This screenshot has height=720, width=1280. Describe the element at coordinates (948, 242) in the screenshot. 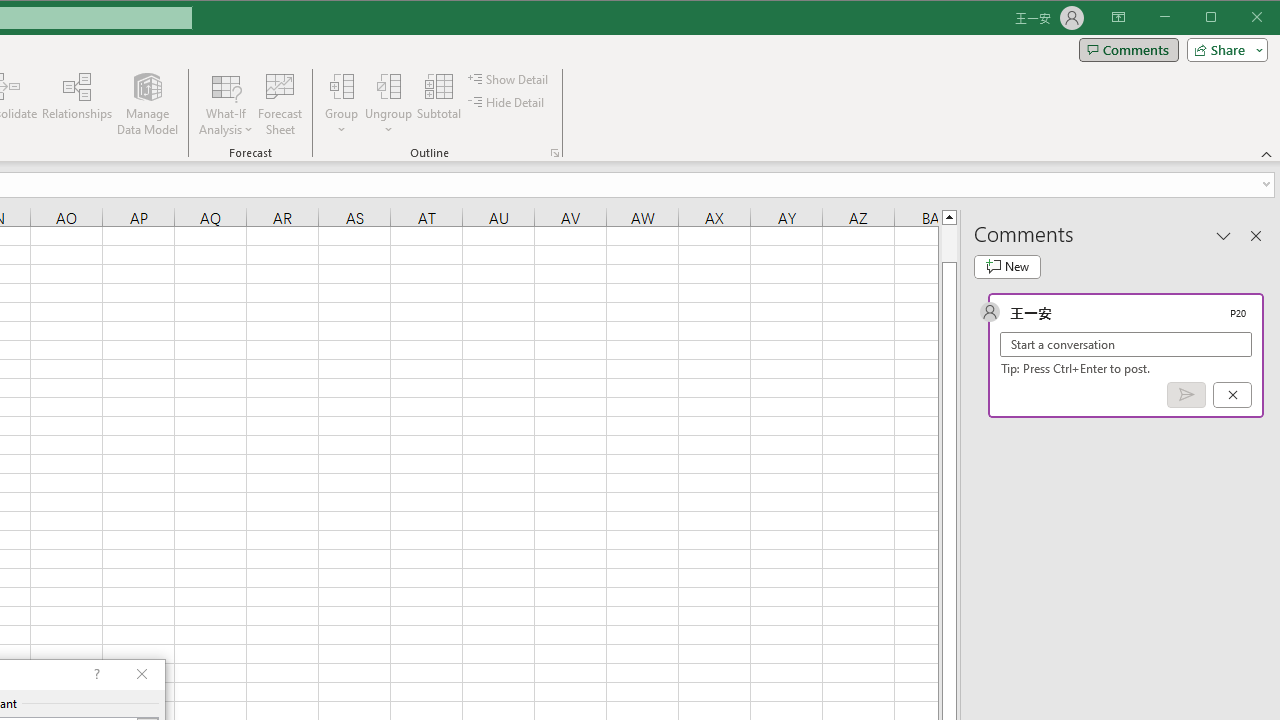

I see `'Page up'` at that location.